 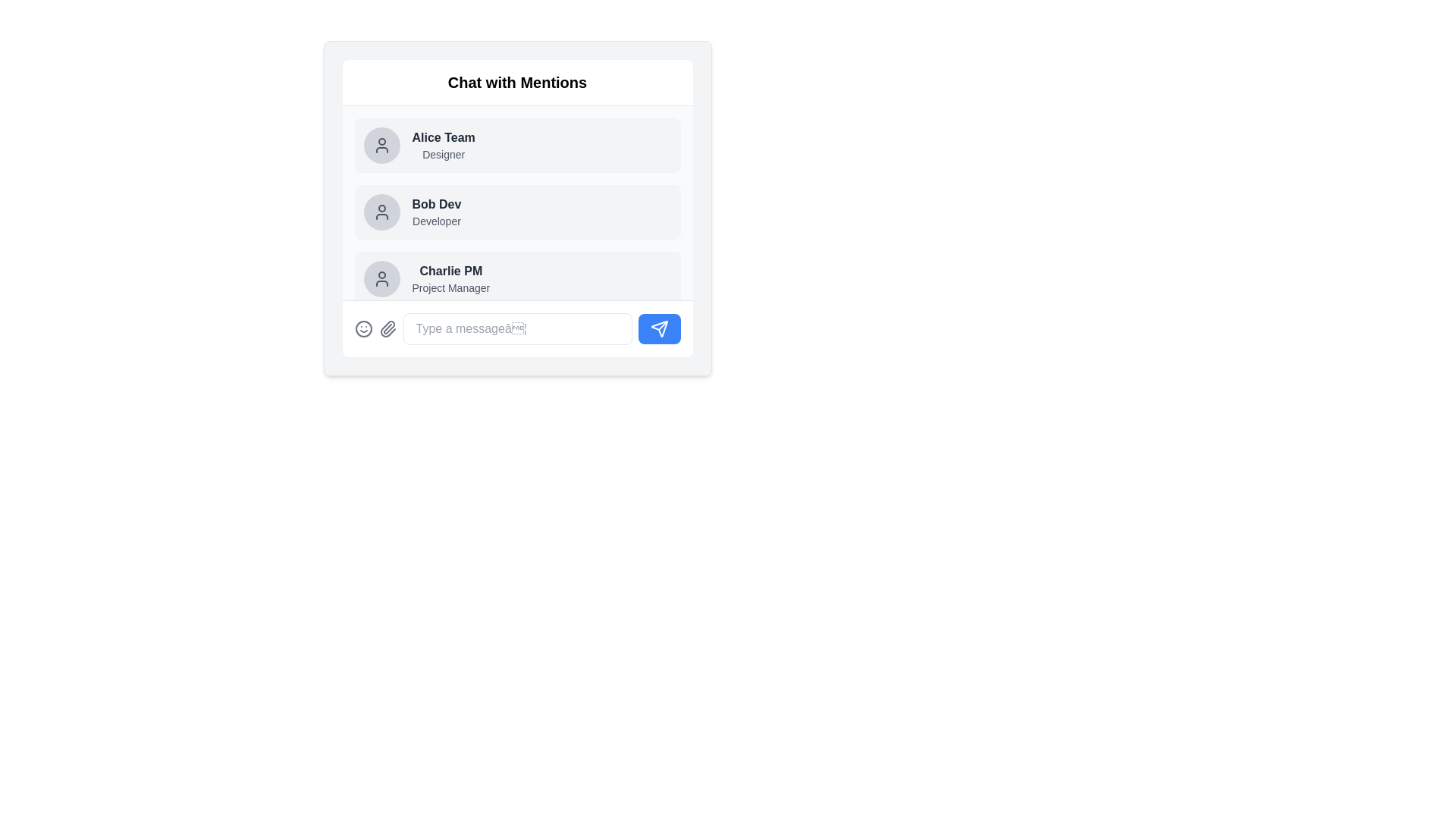 I want to click on user display block for 'Bob Dev' (Developer) located in the chat sidebar, which is positioned between 'Alice Team' (Designer) and 'Charlie PM' (Project Manager), so click(x=436, y=212).